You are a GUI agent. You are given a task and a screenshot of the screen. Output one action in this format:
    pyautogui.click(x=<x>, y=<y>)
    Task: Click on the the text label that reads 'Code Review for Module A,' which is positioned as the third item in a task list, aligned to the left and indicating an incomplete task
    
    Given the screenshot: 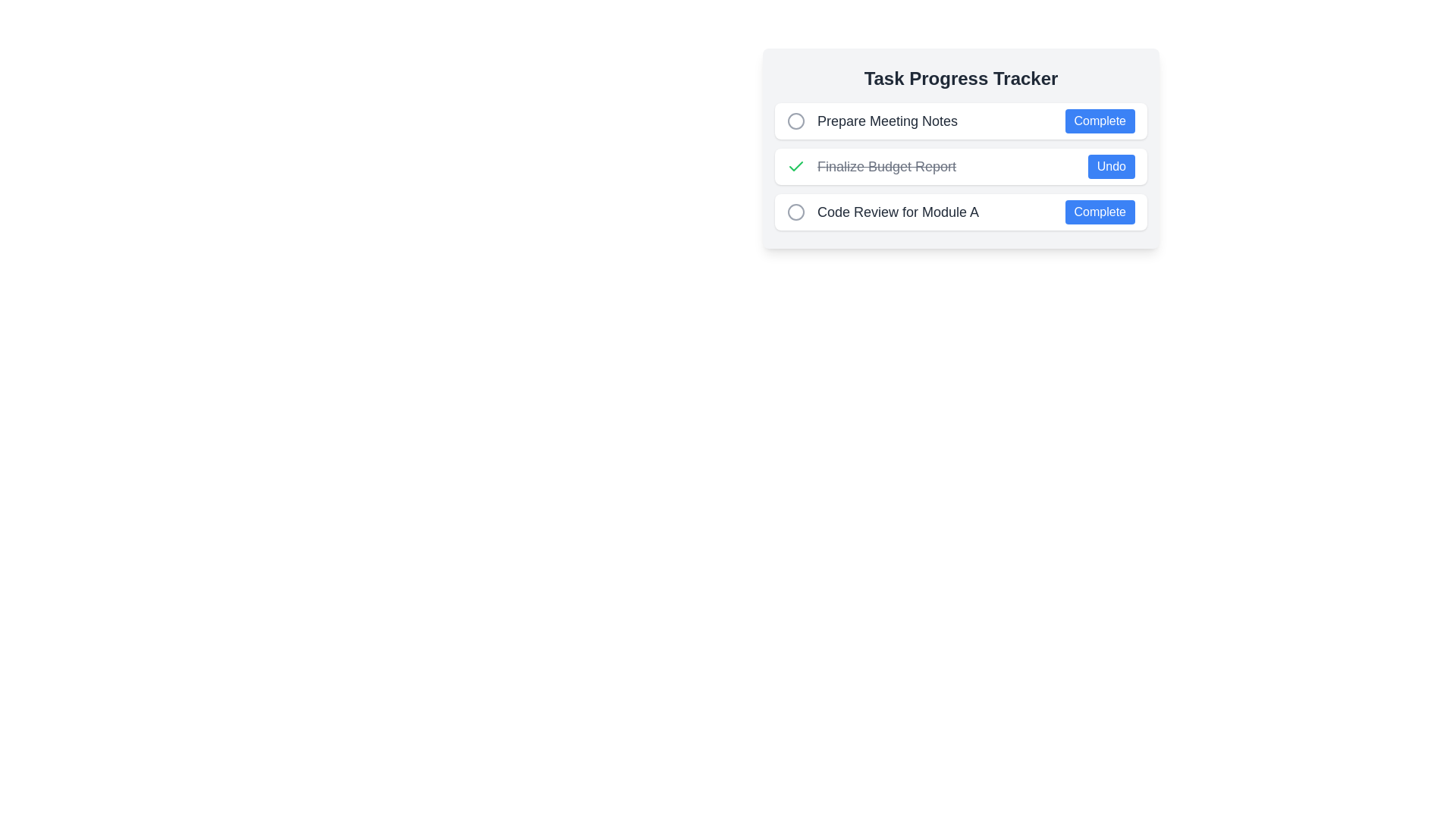 What is the action you would take?
    pyautogui.click(x=883, y=212)
    